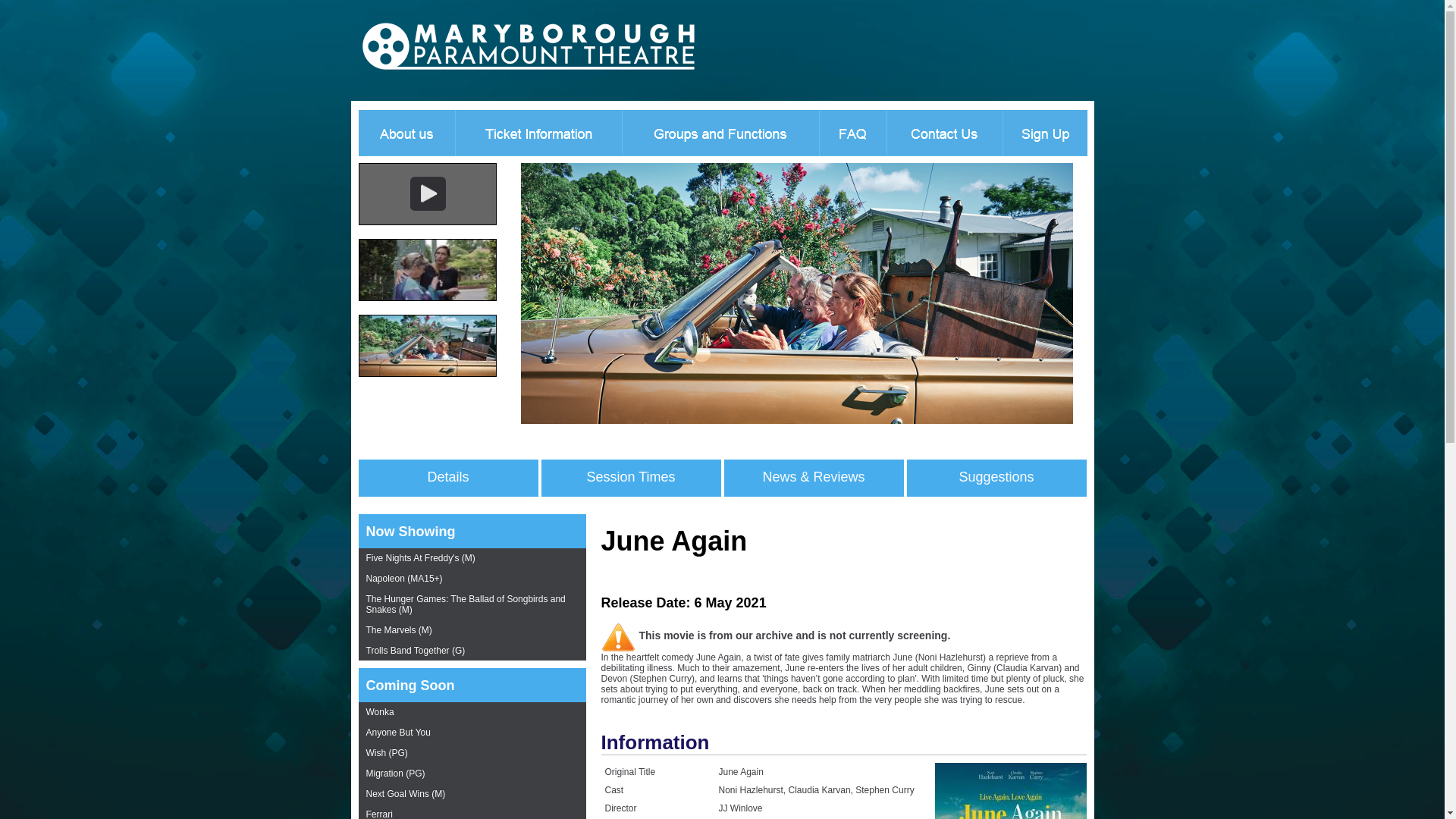 Image resolution: width=1456 pixels, height=819 pixels. Describe the element at coordinates (471, 558) in the screenshot. I see `'Five Nights At Freddy's (M)'` at that location.